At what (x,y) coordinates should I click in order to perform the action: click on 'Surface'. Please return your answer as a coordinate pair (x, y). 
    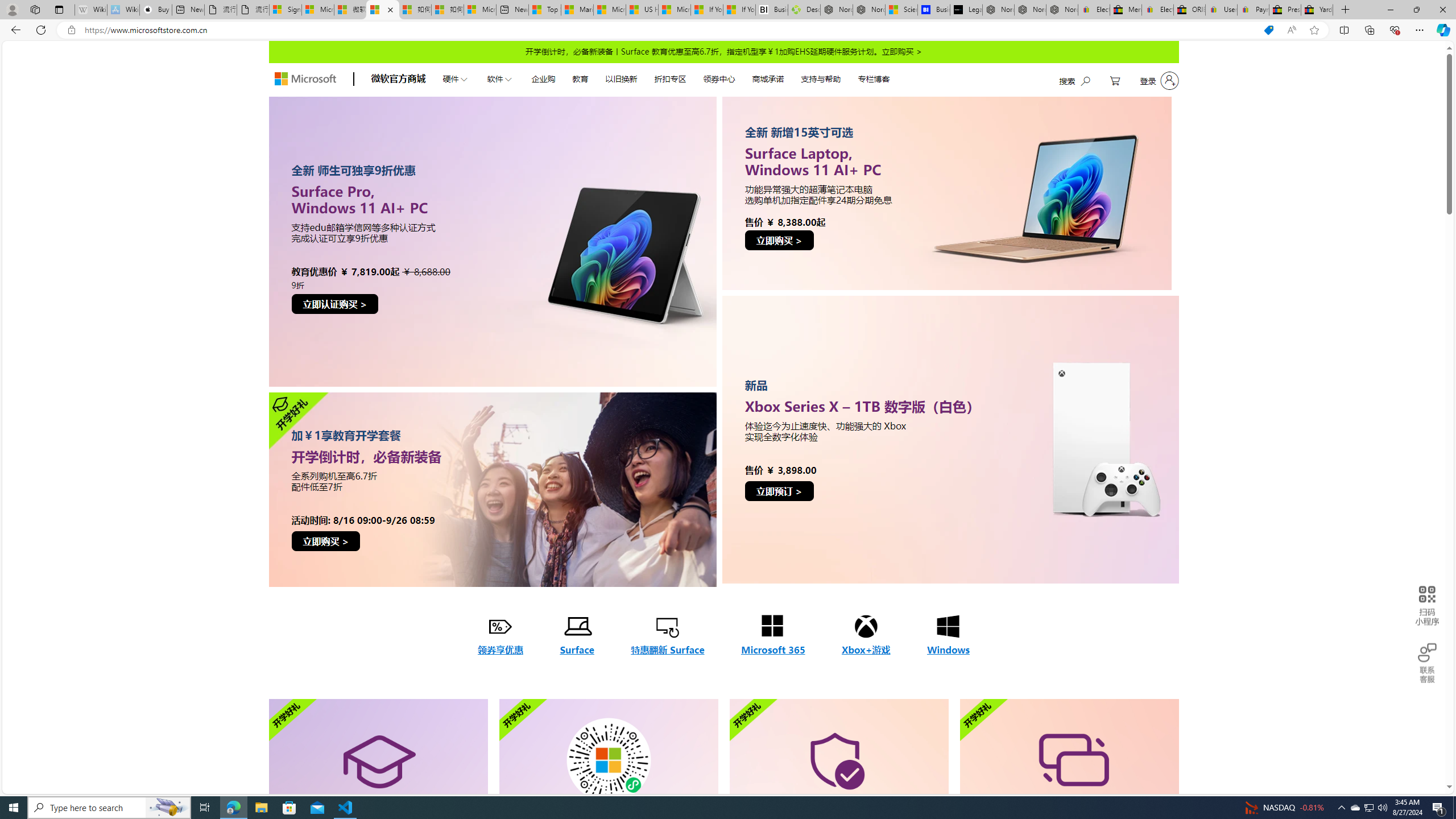
    Looking at the image, I should click on (576, 636).